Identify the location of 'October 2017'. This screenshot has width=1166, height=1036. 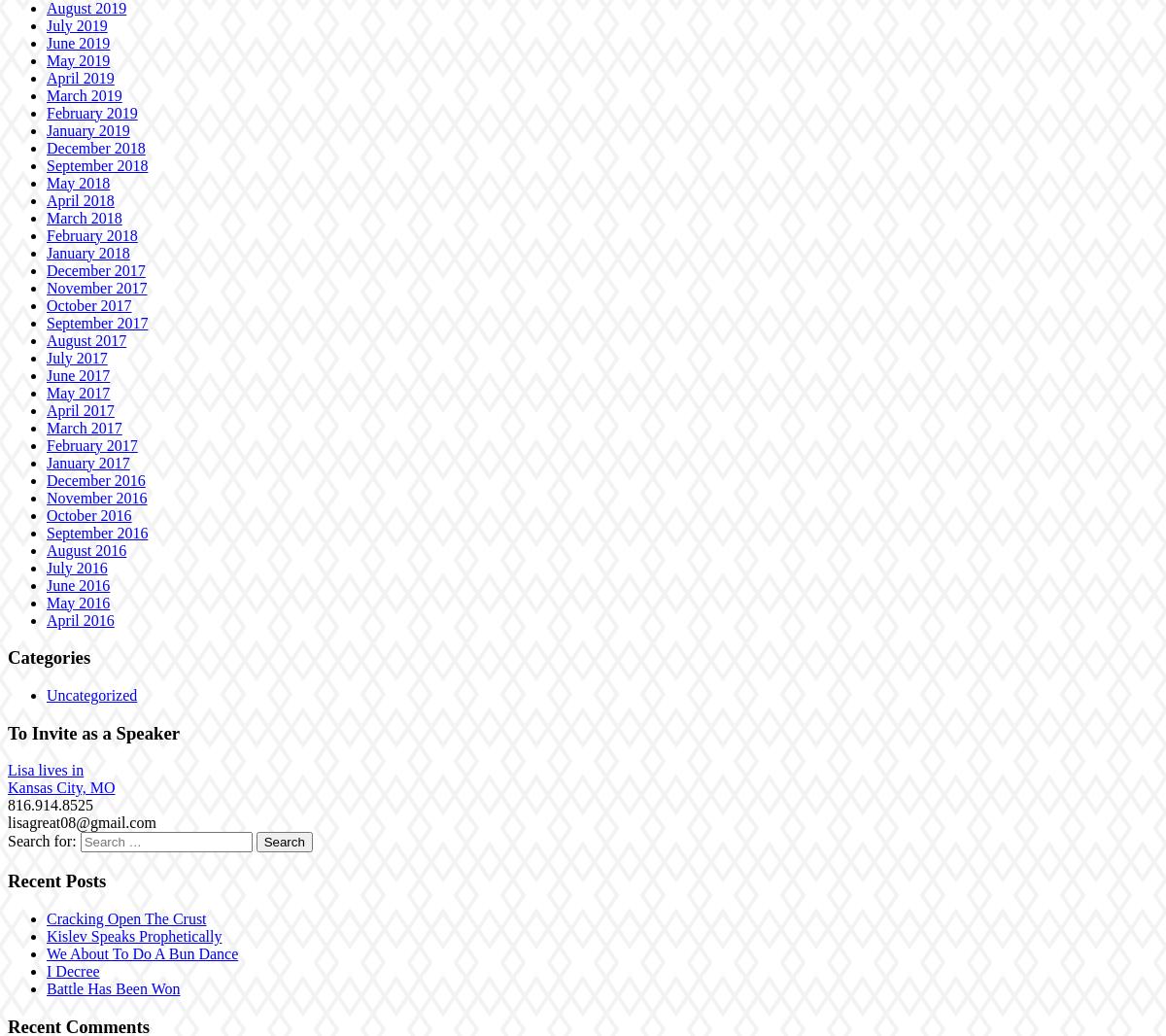
(47, 304).